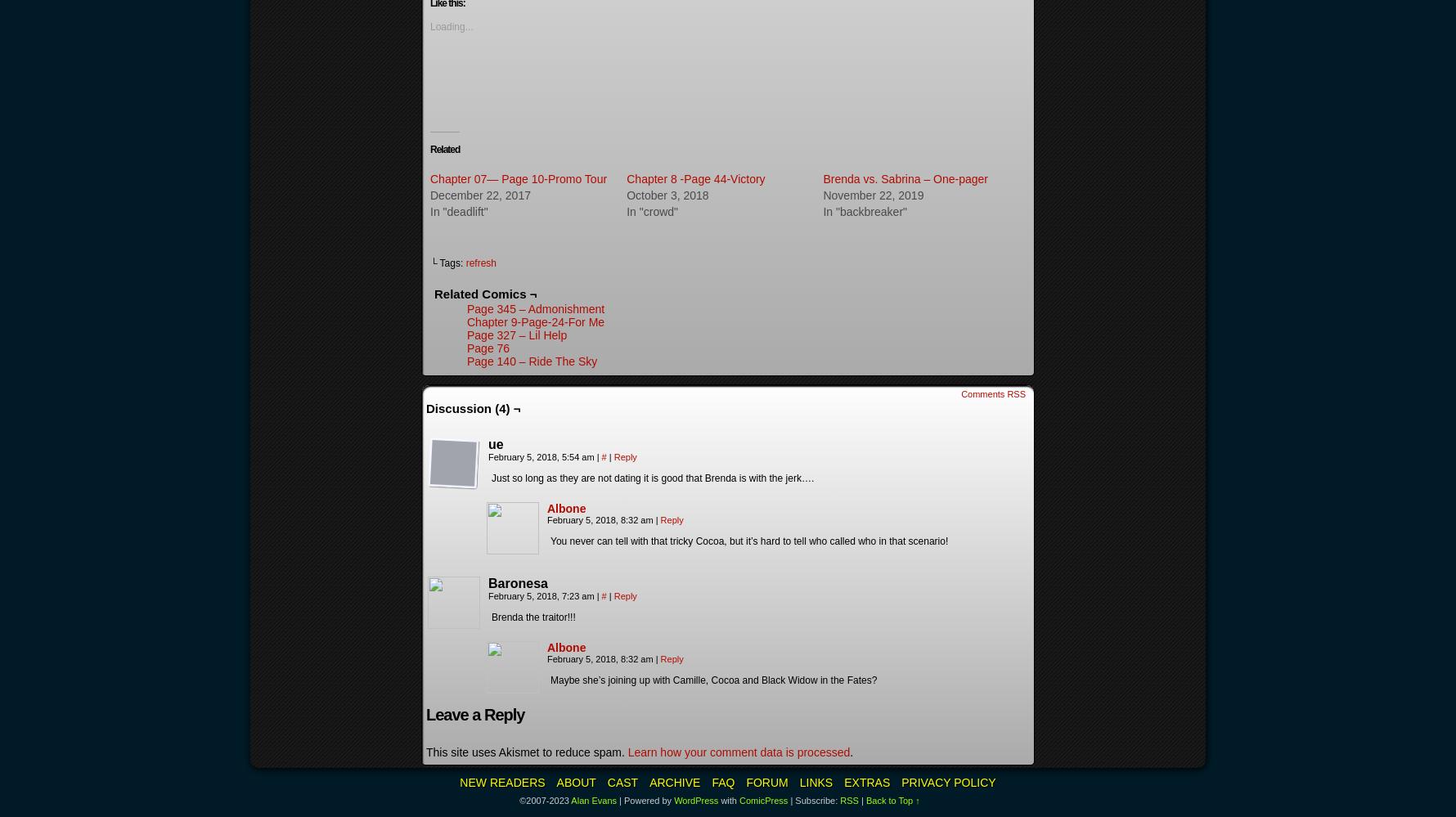  What do you see at coordinates (766, 782) in the screenshot?
I see `'FORUM'` at bounding box center [766, 782].